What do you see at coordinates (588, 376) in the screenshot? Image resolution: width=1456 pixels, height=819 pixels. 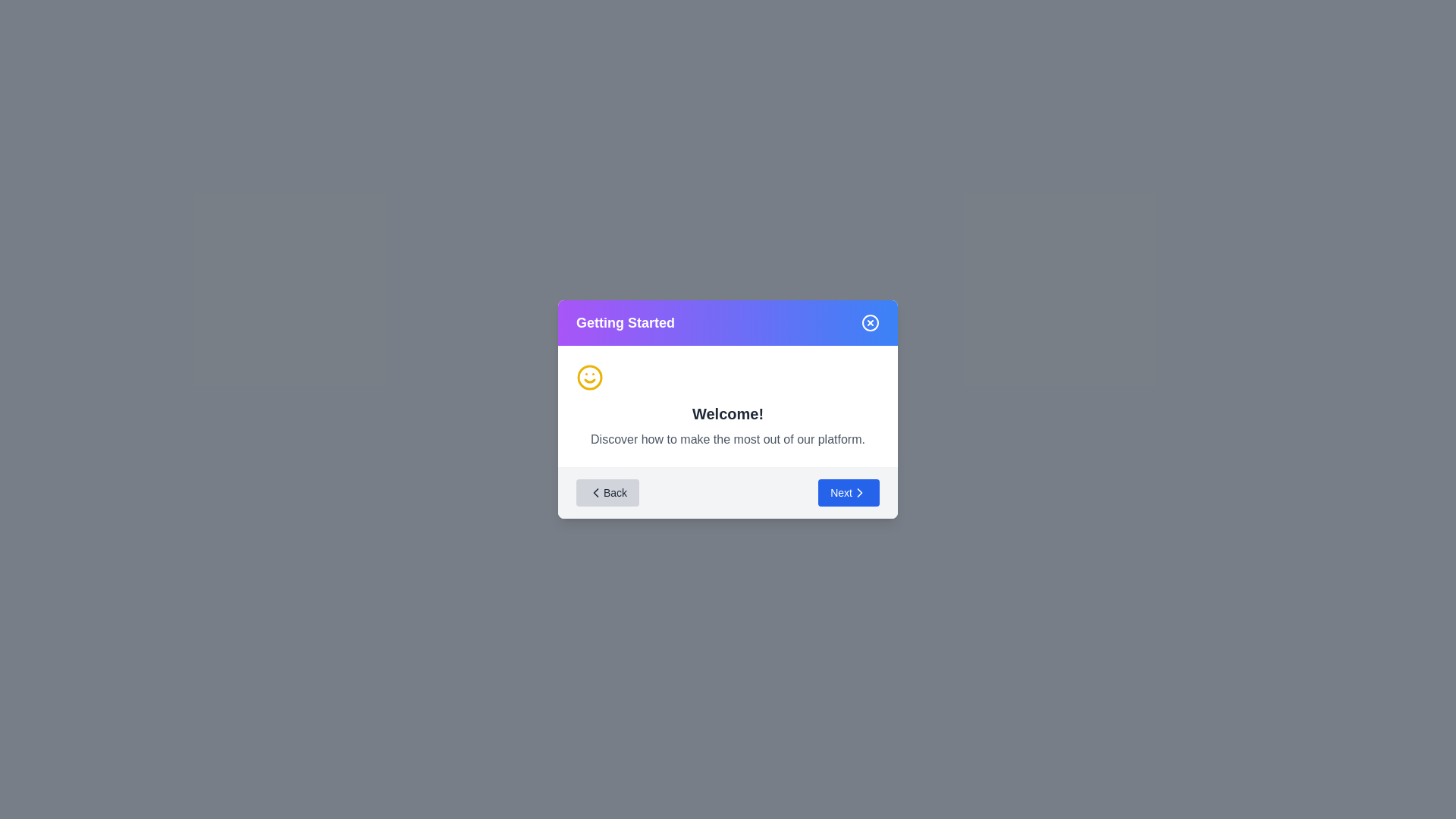 I see `the circular smiling face icon with a yellow outline, located in the top-left area of the modal dialog above the 'Welcome!' header` at bounding box center [588, 376].